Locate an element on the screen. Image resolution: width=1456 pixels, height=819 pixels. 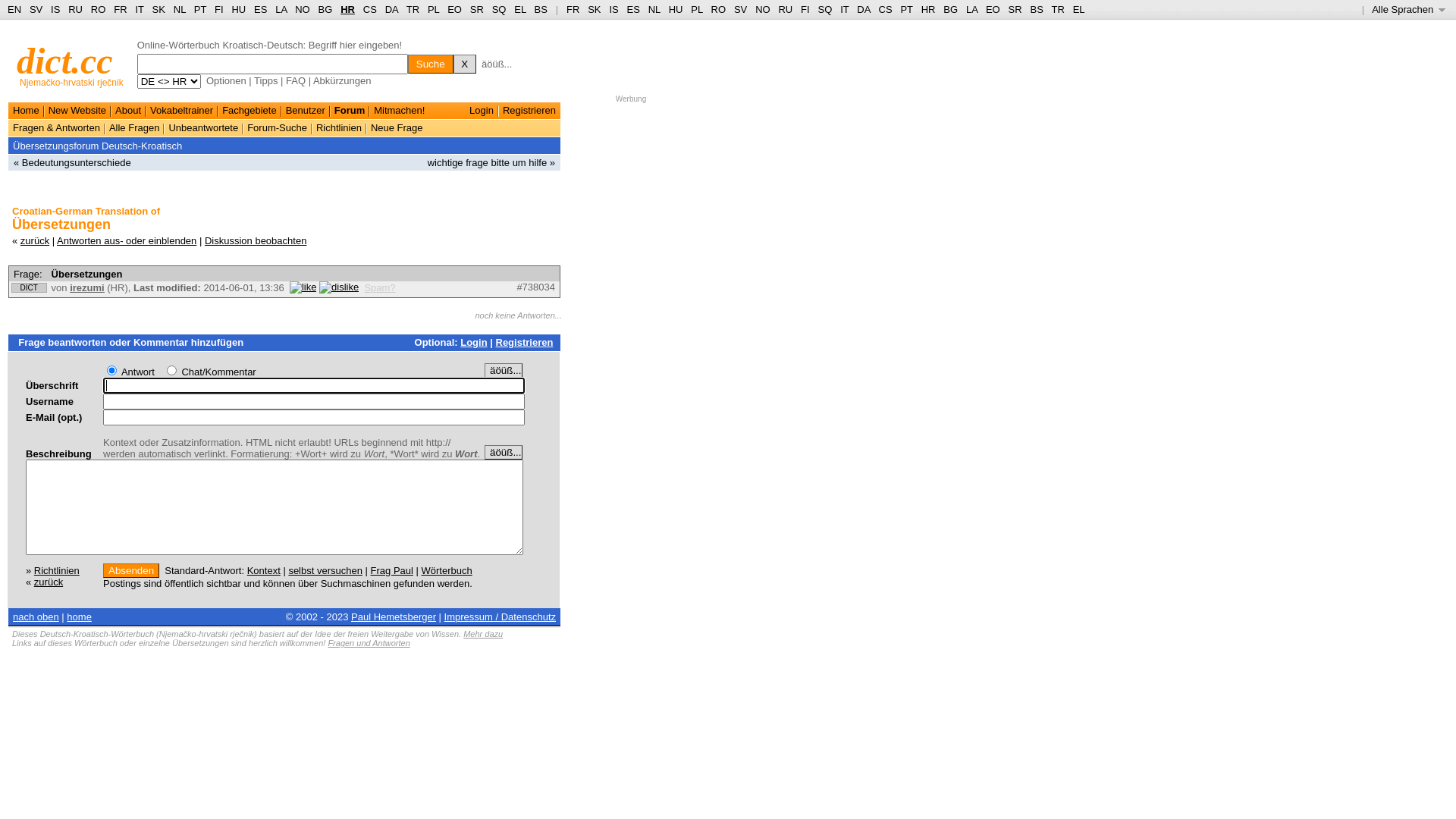
'CS' is located at coordinates (370, 9).